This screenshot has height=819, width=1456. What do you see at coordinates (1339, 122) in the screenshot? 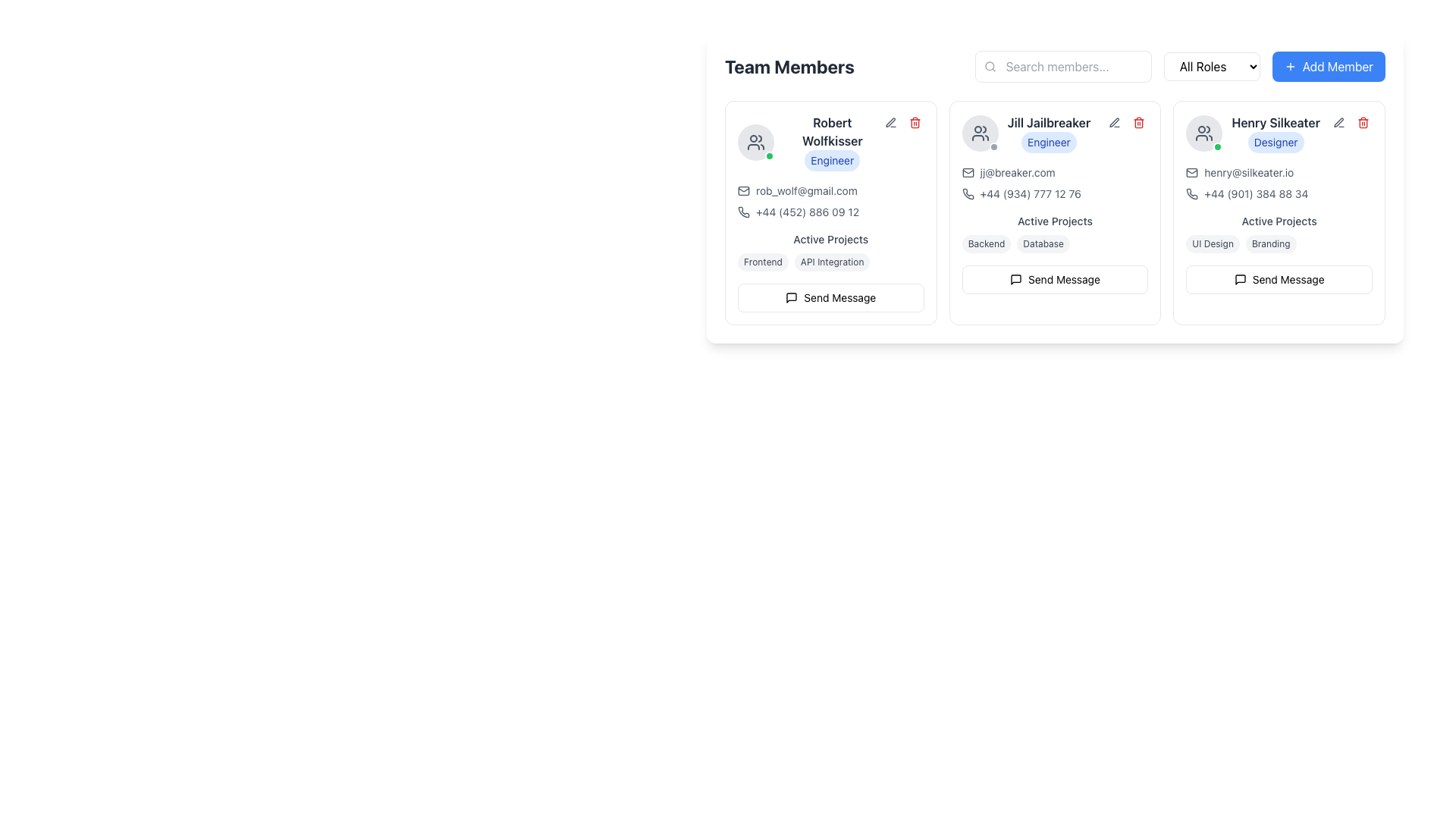
I see `the circular edit button with a pencil icon located at the top-right corner of the team member 'Henry Silkeater's' card` at bounding box center [1339, 122].